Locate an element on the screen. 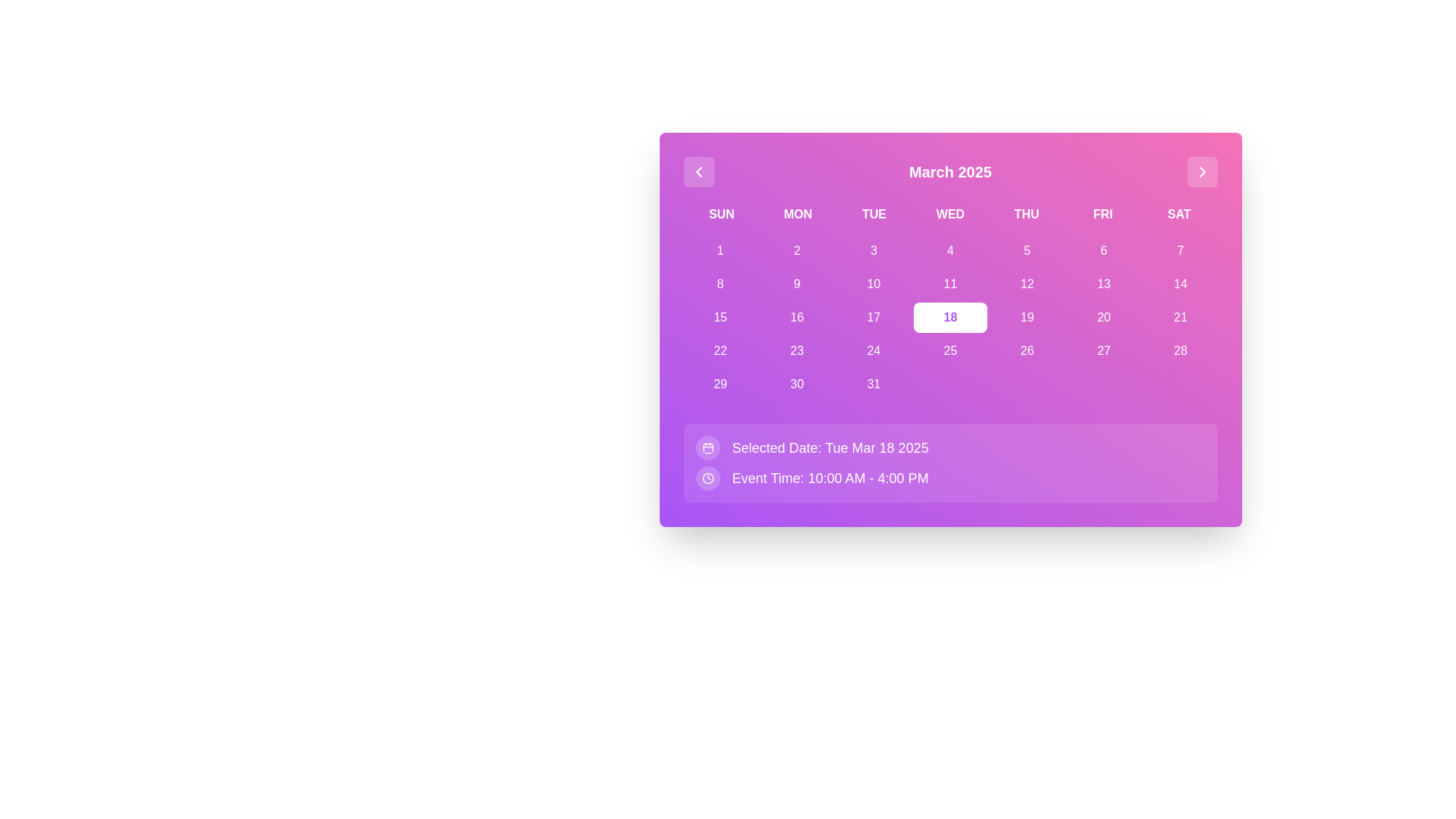 This screenshot has height=819, width=1456. the interactive button displaying the number '5' in white text on a pink background, located in the first row, fifth column of the calendar grid under 'THU' is located at coordinates (1027, 250).